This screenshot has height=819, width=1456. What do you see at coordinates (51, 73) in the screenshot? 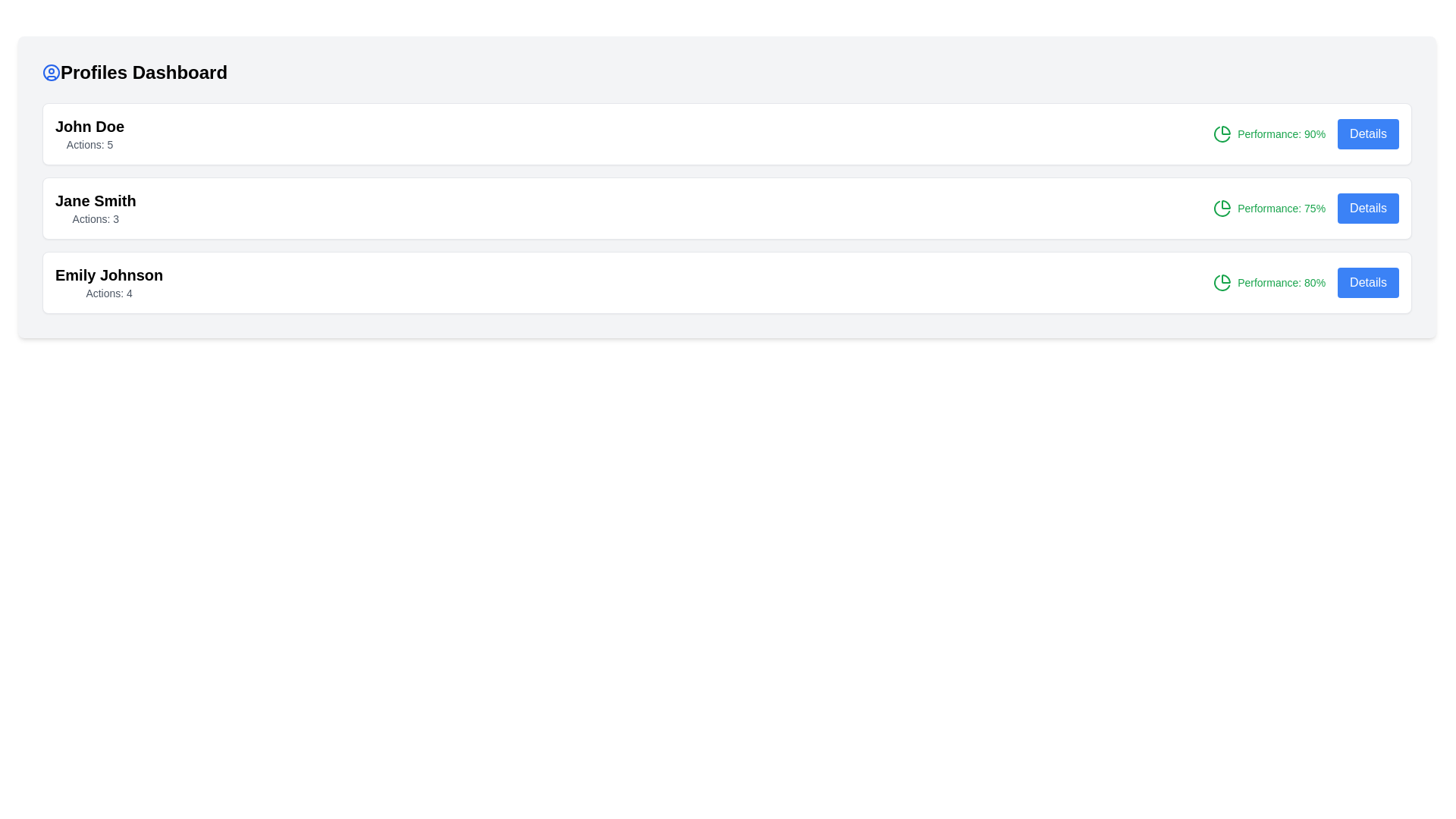
I see `the SVG circle that represents a user or profile, located inside the icon to the left of the 'Profiles Dashboard' title` at bounding box center [51, 73].